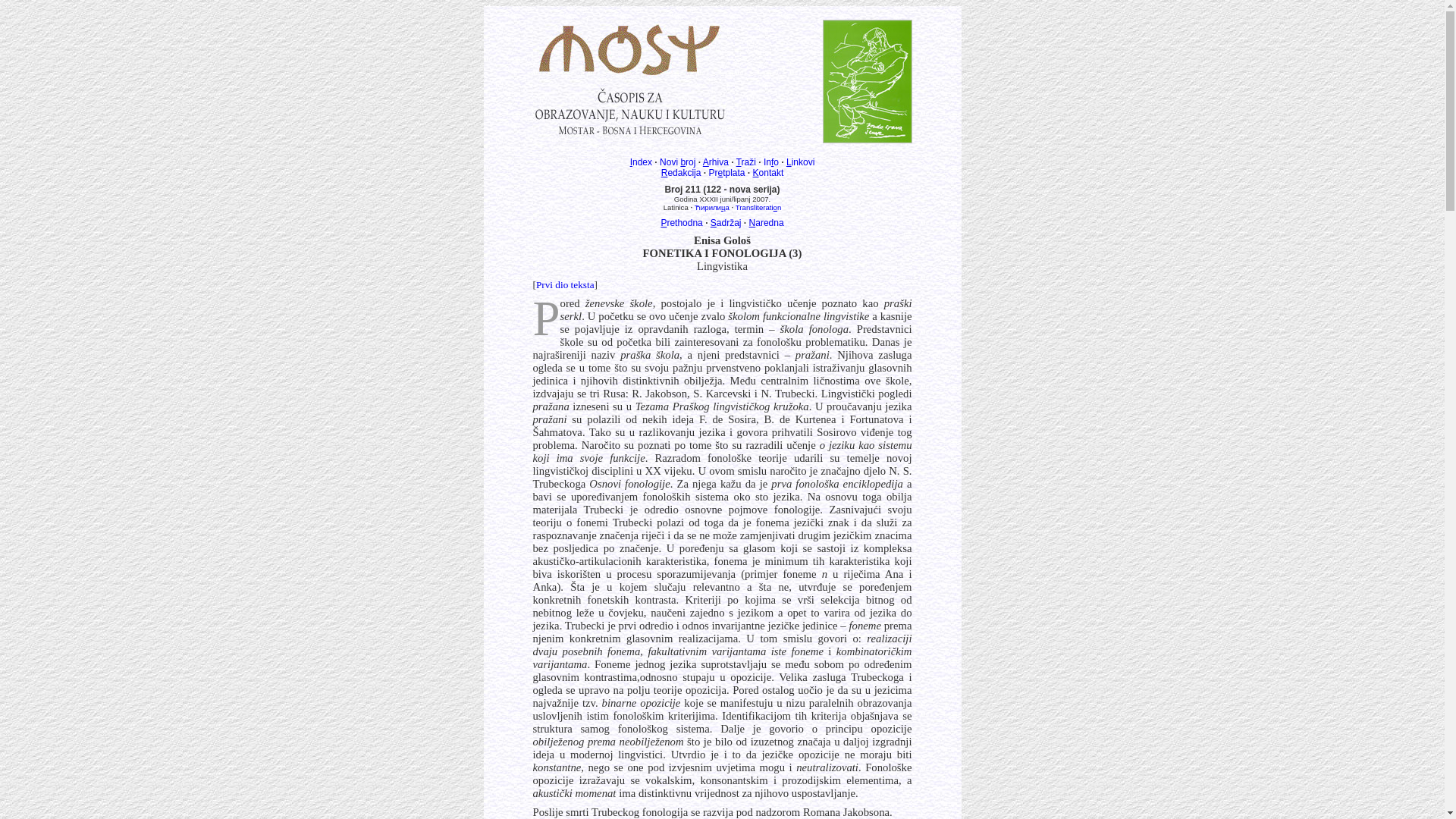 The width and height of the screenshot is (1456, 819). Describe the element at coordinates (715, 162) in the screenshot. I see `'Arhiva'` at that location.